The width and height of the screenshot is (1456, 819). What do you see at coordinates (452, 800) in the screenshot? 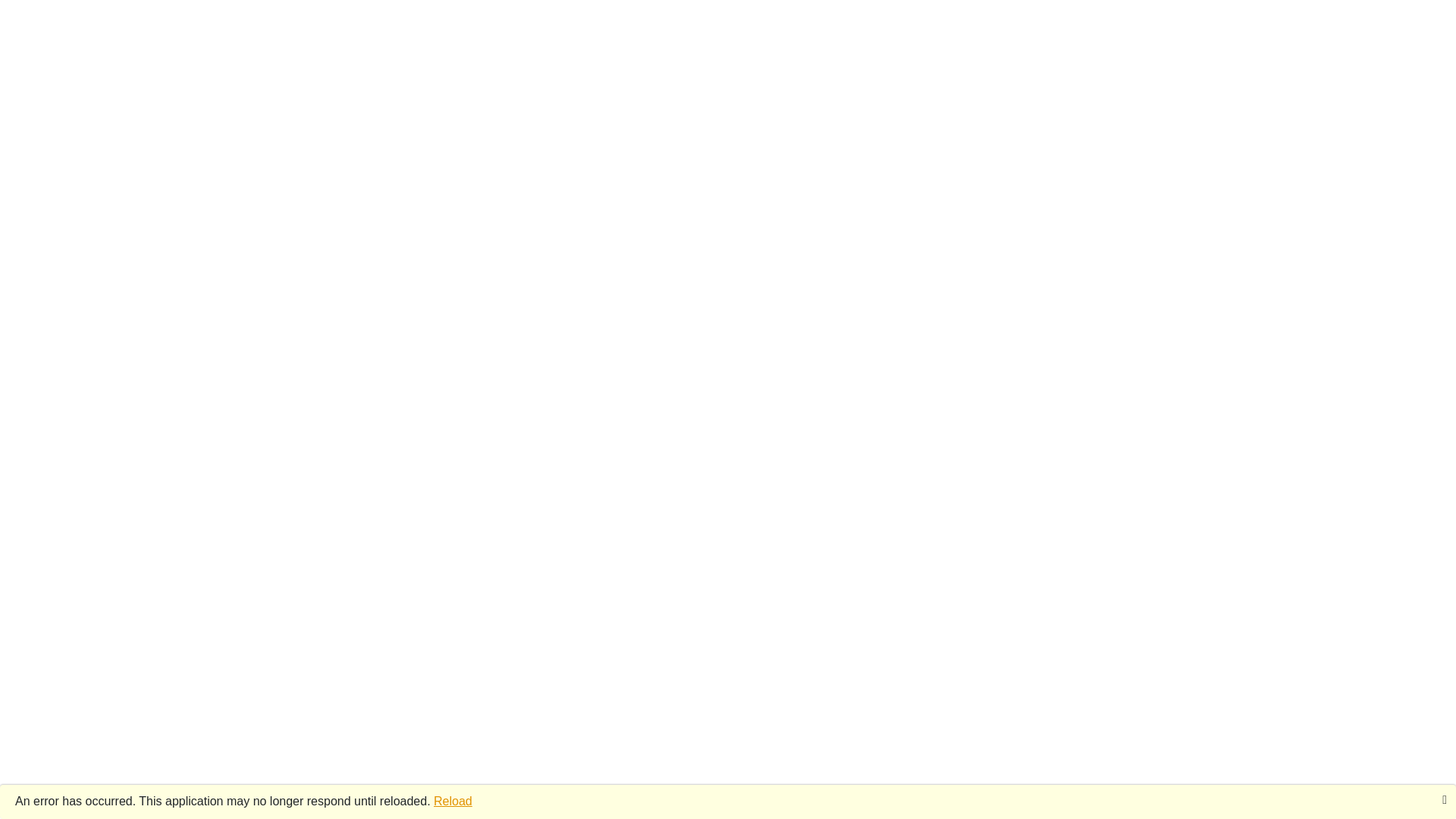
I see `'Reload'` at bounding box center [452, 800].